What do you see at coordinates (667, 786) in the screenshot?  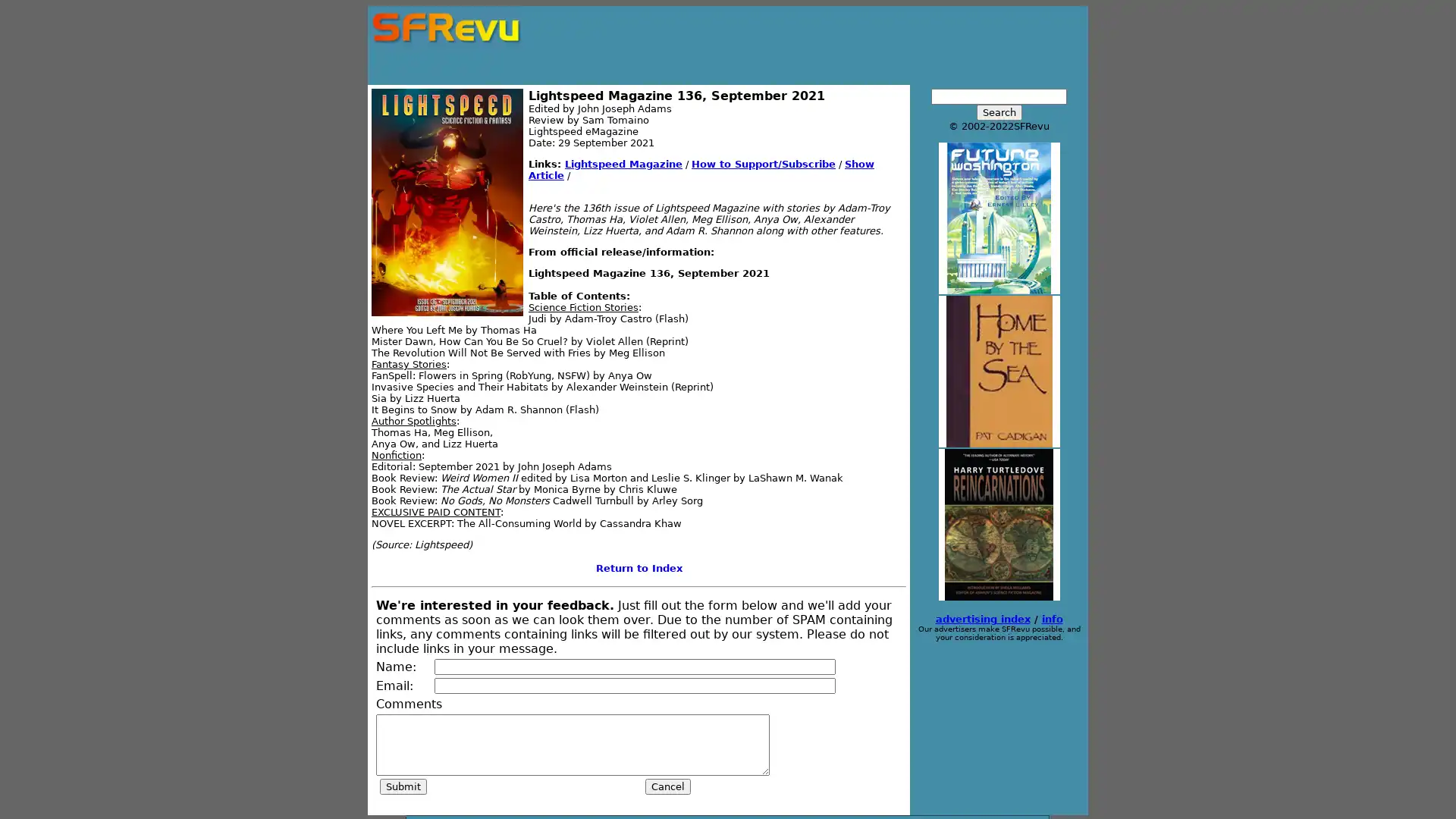 I see `Cancel` at bounding box center [667, 786].